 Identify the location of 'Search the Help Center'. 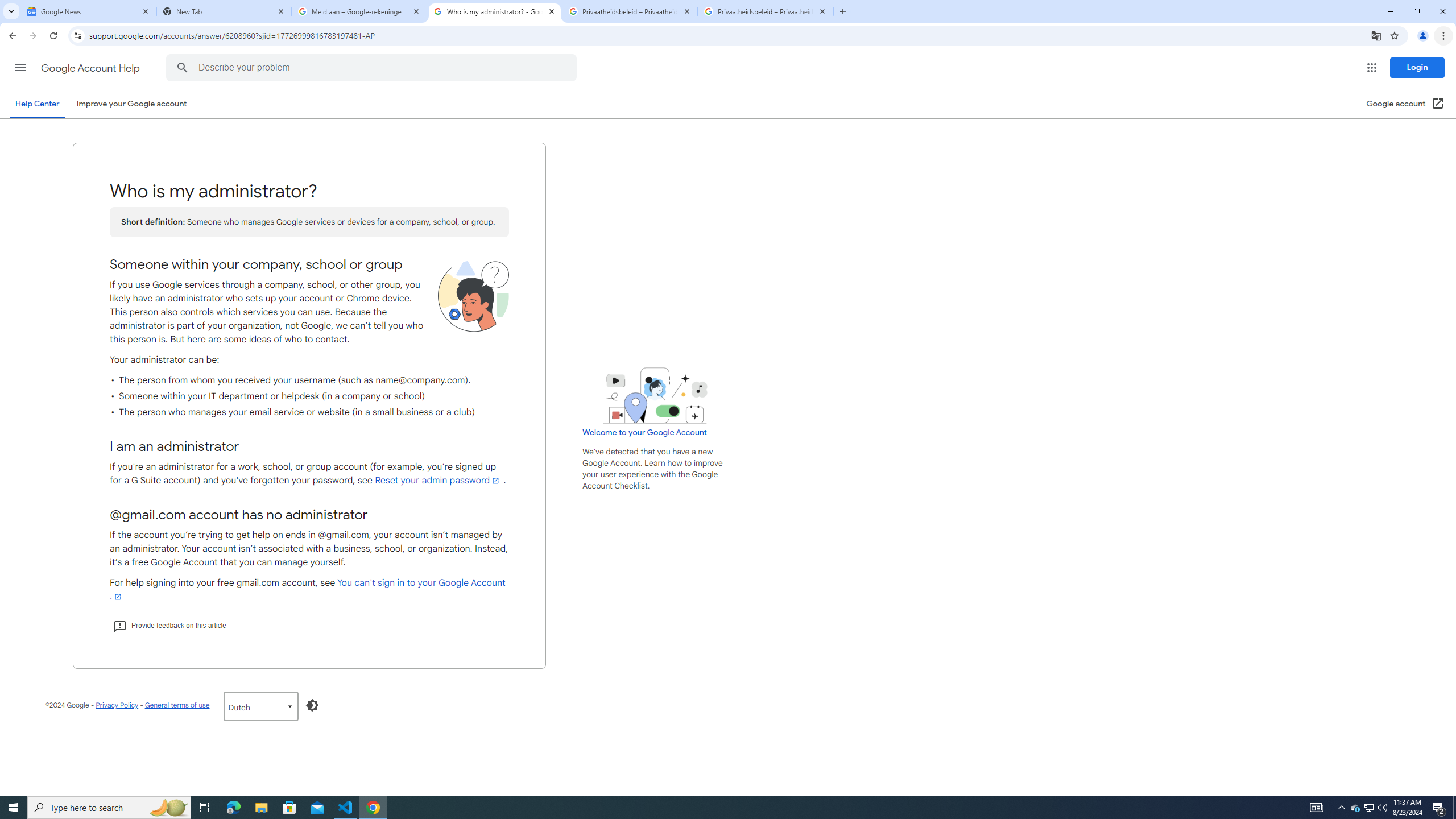
(181, 67).